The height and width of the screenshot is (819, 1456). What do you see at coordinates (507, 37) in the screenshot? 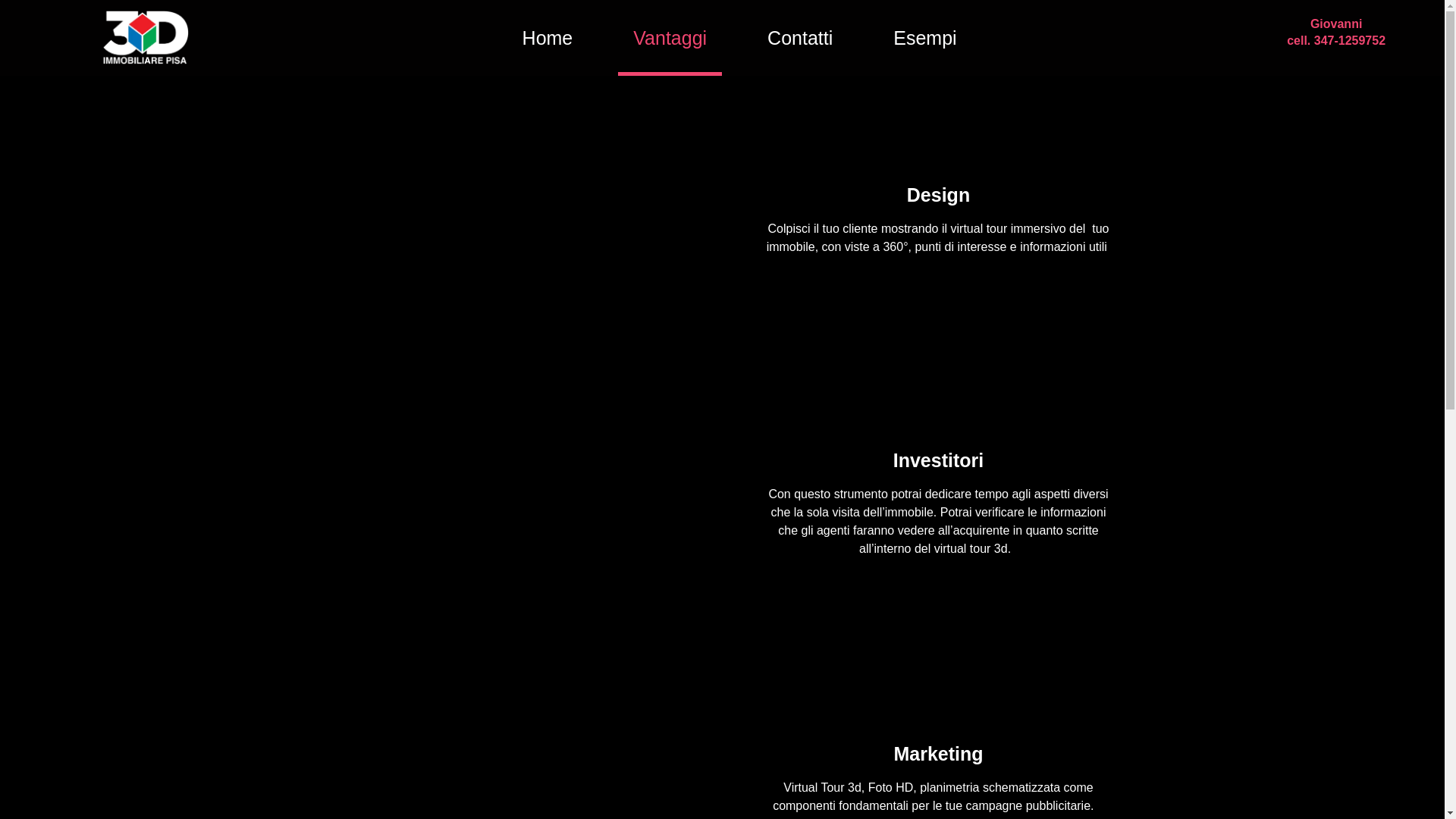
I see `'Home'` at bounding box center [507, 37].